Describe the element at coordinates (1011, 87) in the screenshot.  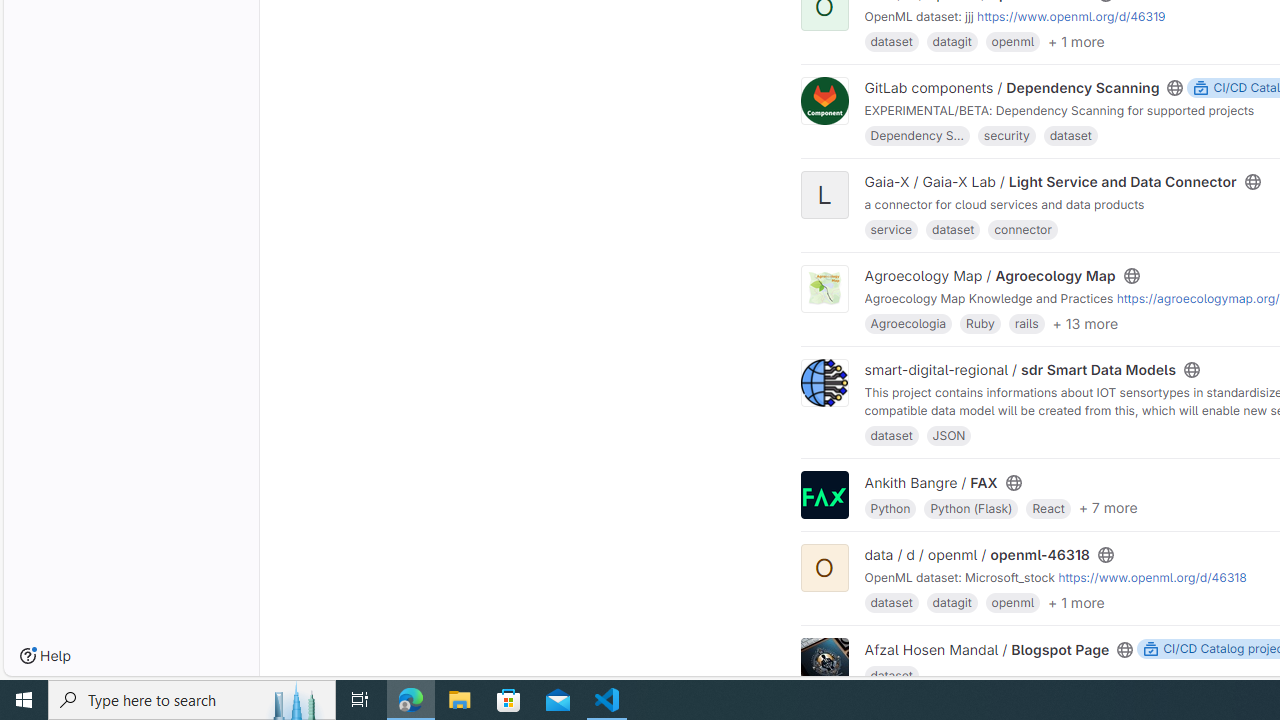
I see `'GitLab components / Dependency Scanning'` at that location.